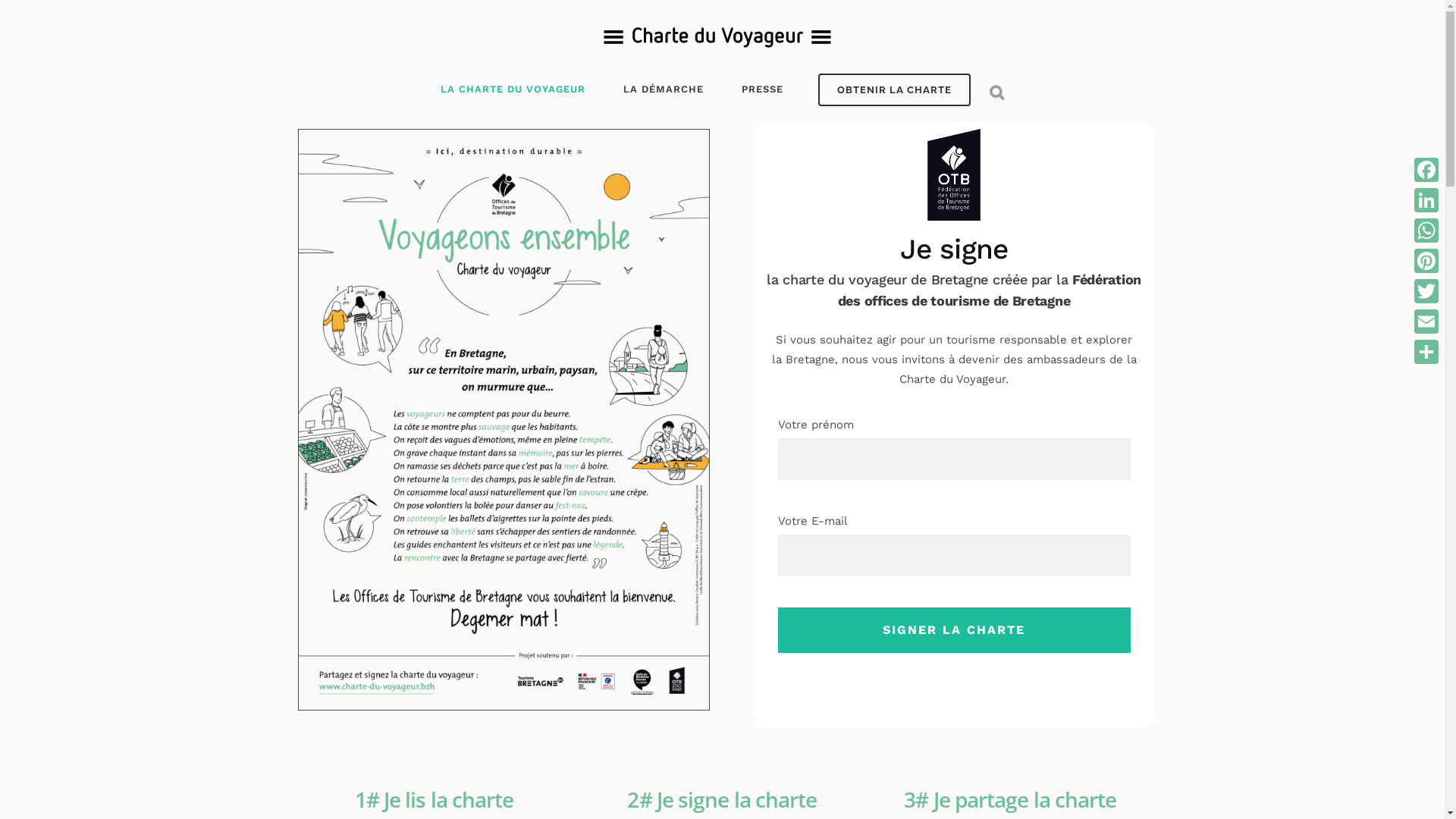 This screenshot has width=1456, height=819. I want to click on 'Signer la charte', so click(778, 629).